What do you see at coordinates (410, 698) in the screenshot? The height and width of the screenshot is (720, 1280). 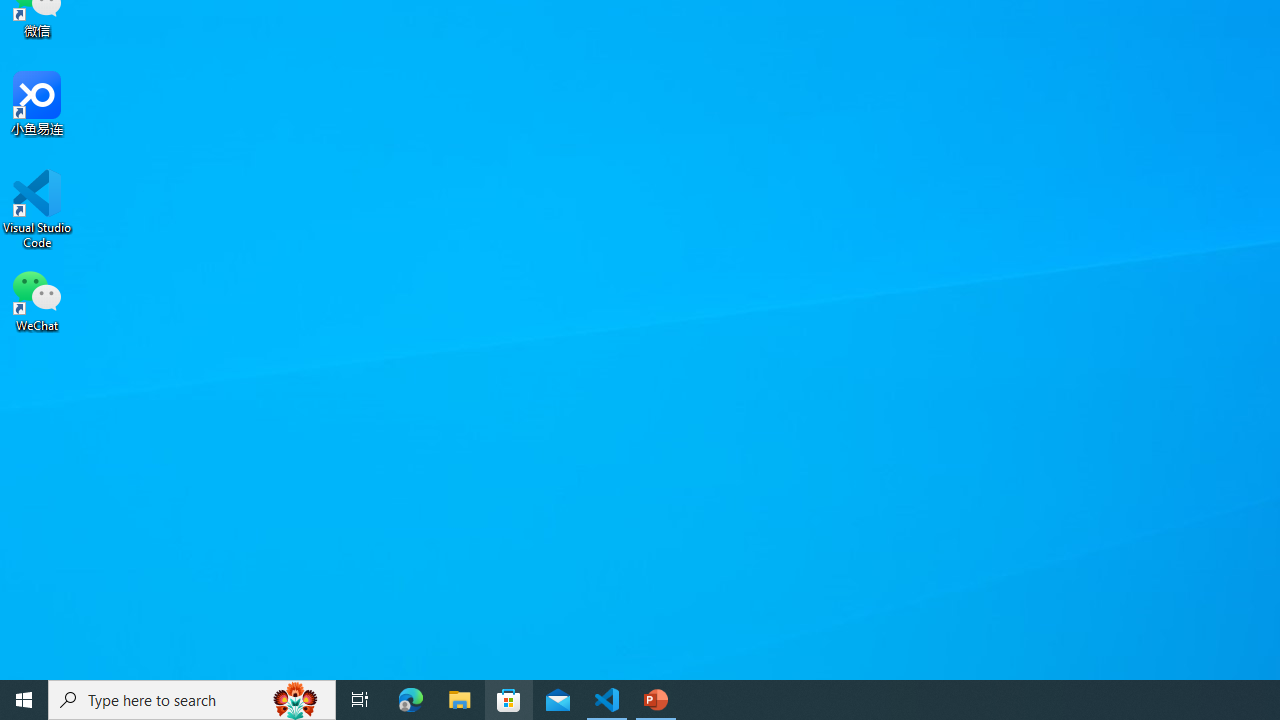 I see `'Microsoft Edge'` at bounding box center [410, 698].